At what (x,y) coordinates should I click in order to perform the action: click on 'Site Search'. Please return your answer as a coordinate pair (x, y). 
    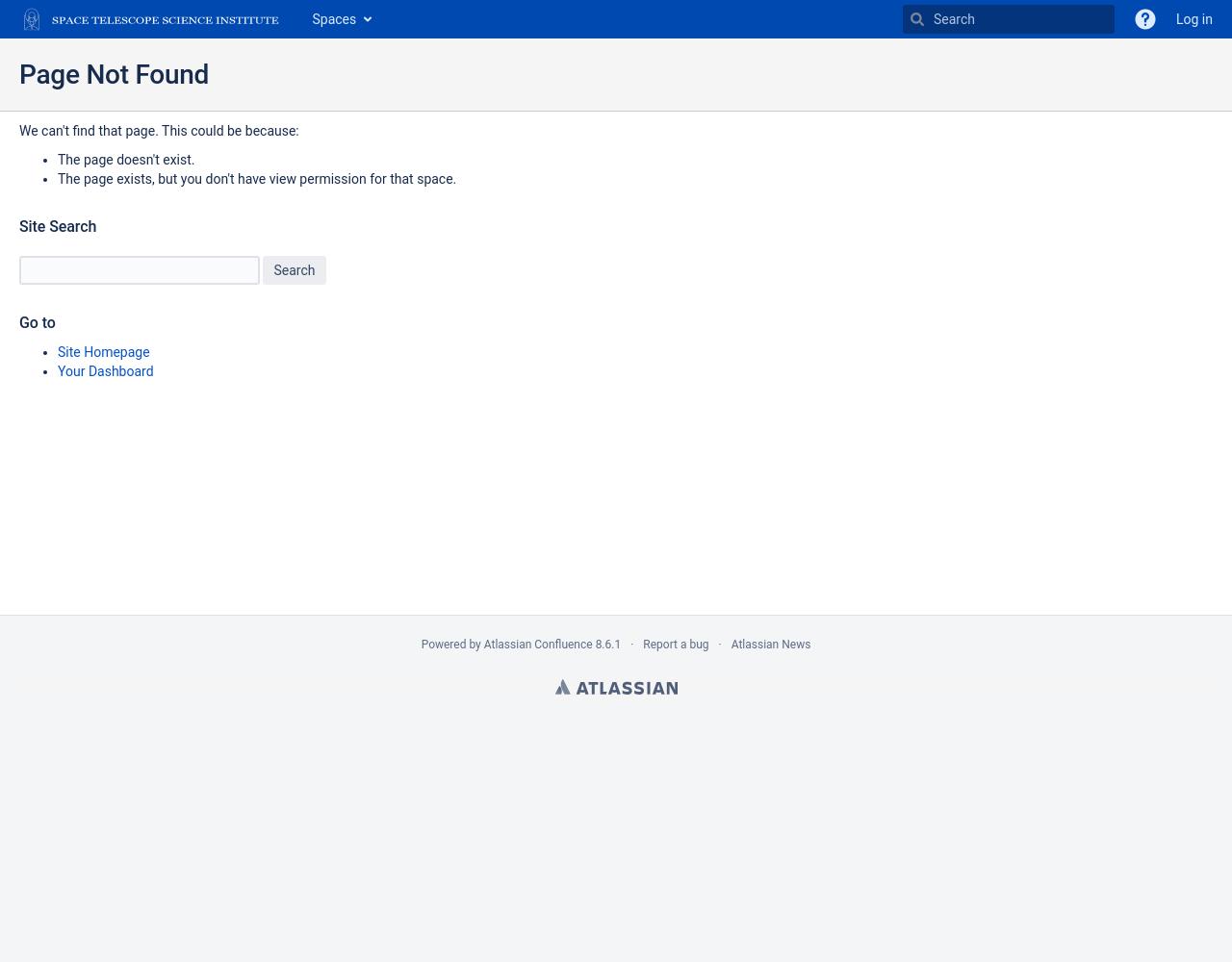
    Looking at the image, I should click on (58, 225).